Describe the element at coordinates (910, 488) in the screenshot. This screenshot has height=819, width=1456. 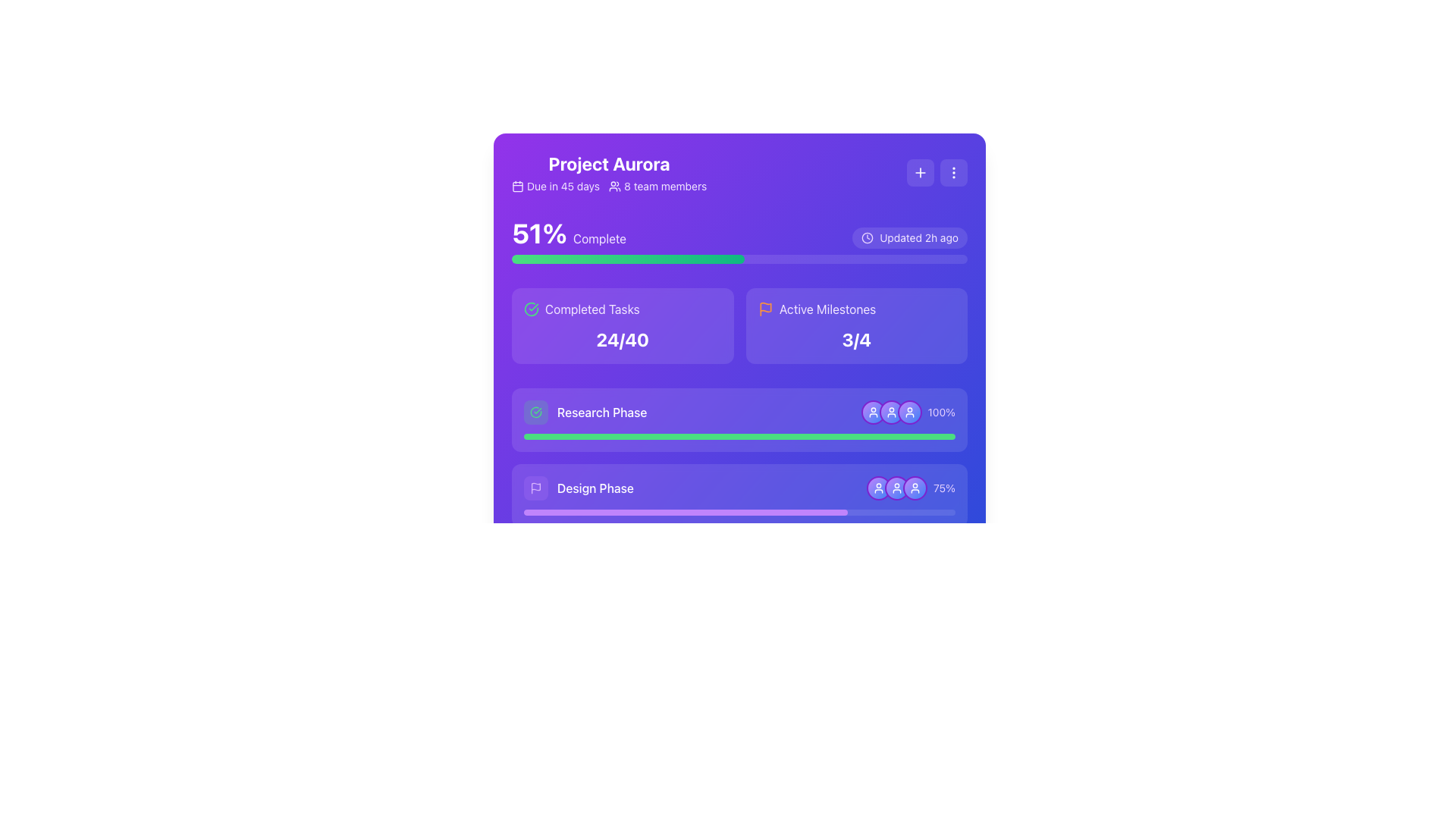
I see `the progress percentage text label indicating the 'Design Phase', located in the bottom-right corner of the 'Design Phase' area, to the right of the three adjacent user icons` at that location.